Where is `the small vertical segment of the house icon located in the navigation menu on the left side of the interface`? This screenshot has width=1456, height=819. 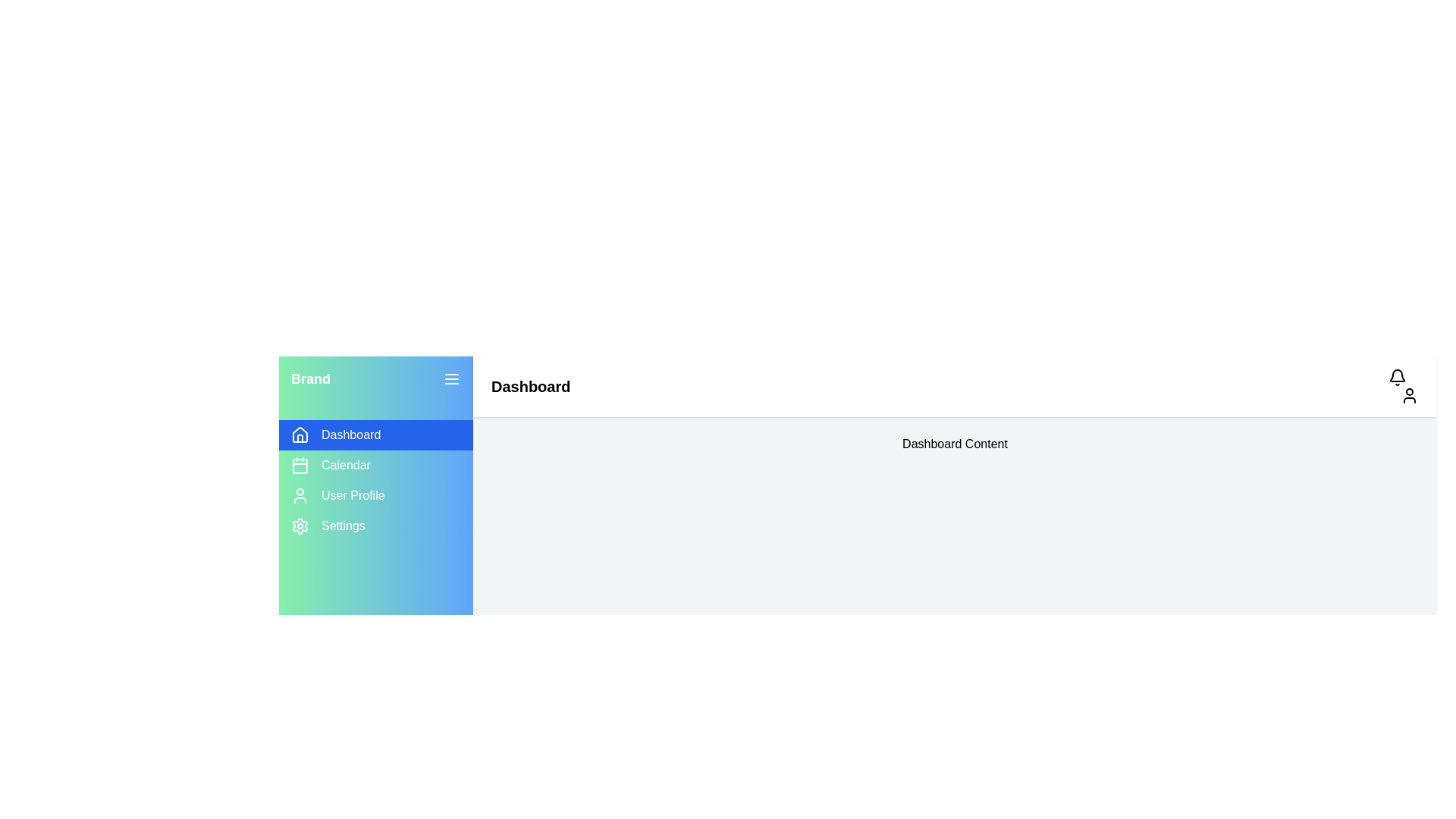 the small vertical segment of the house icon located in the navigation menu on the left side of the interface is located at coordinates (300, 438).